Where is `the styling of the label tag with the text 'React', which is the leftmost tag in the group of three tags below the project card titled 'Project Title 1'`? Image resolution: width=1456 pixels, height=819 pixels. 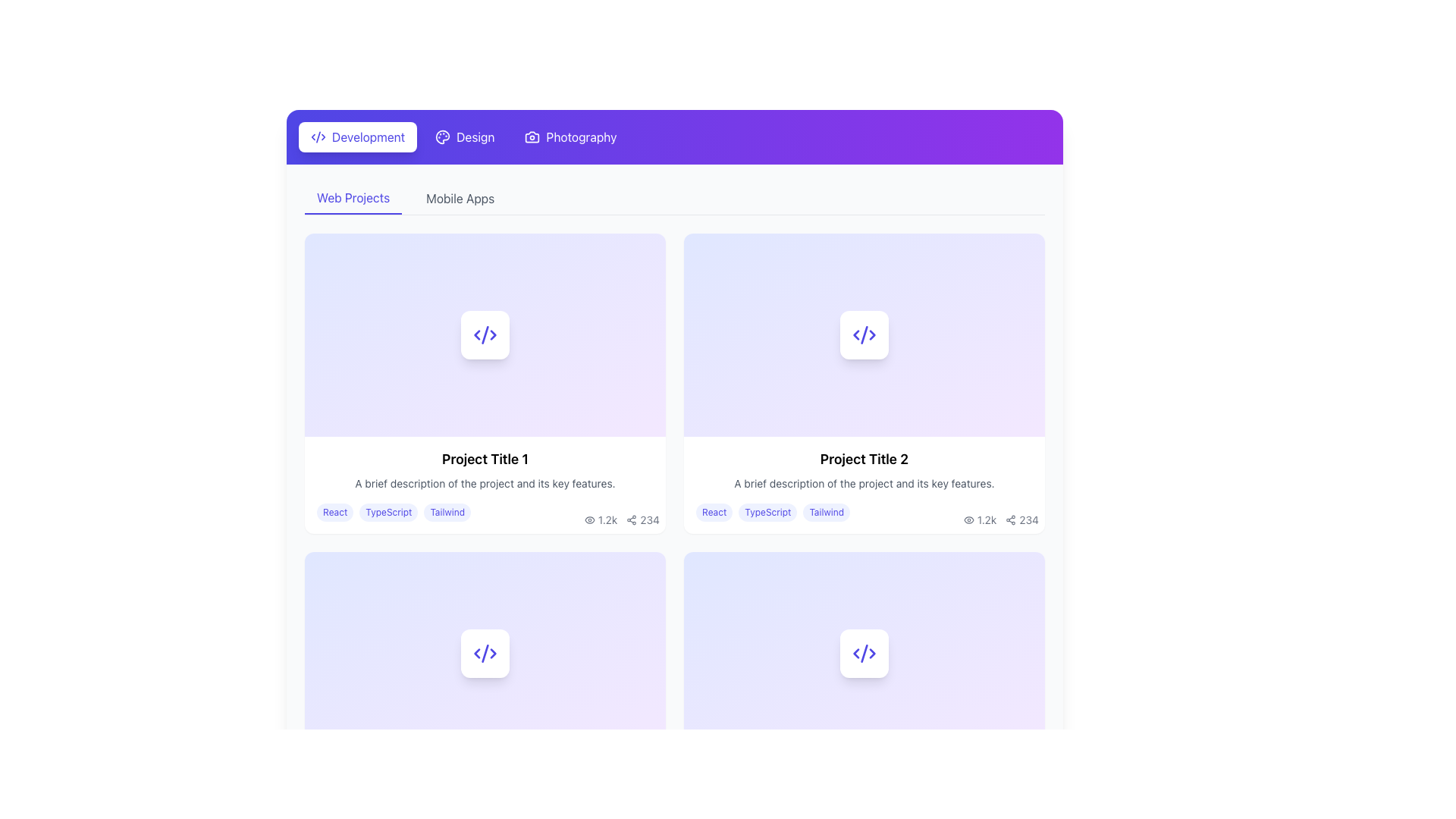 the styling of the label tag with the text 'React', which is the leftmost tag in the group of three tags below the project card titled 'Project Title 1' is located at coordinates (334, 512).